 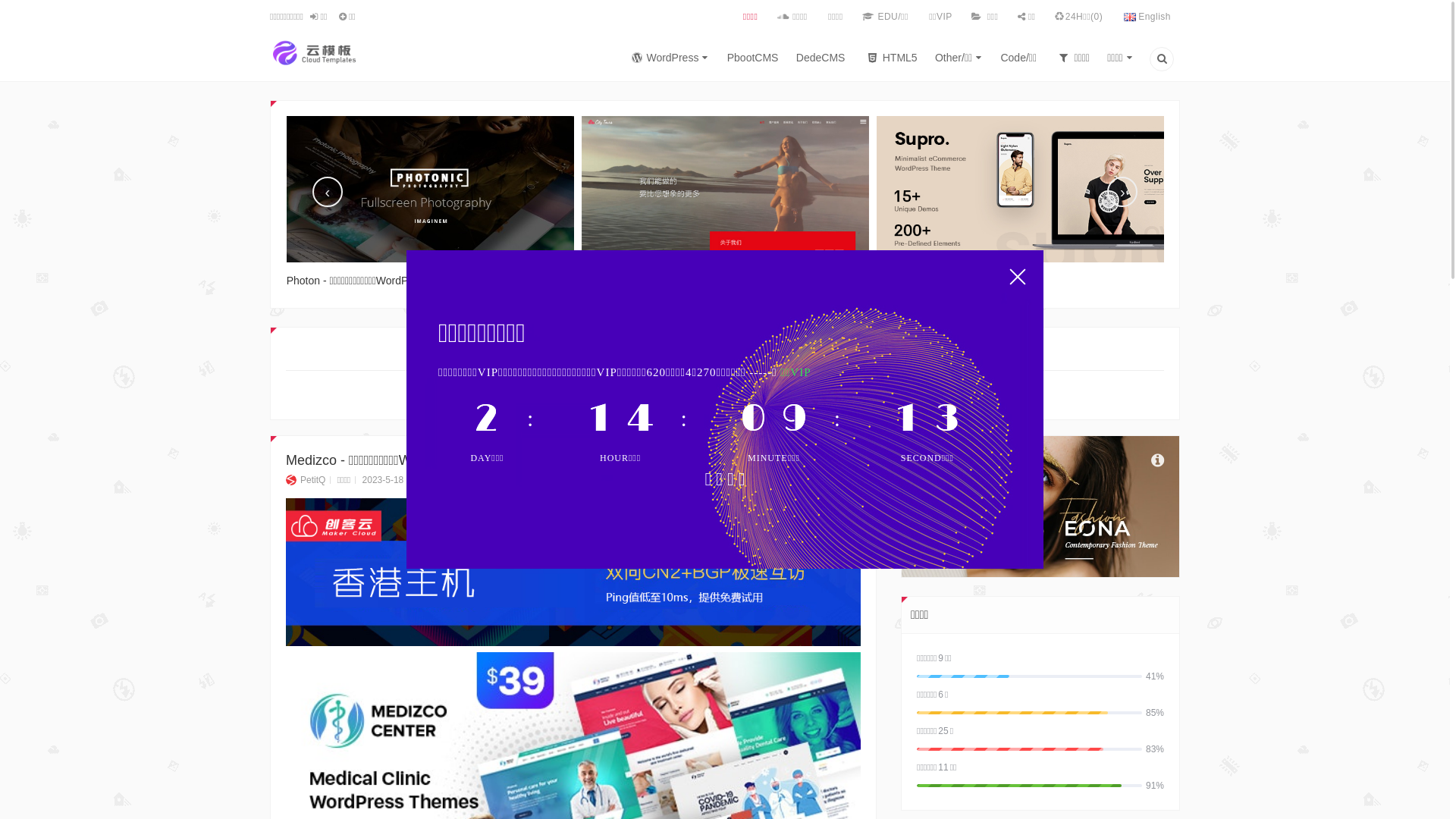 What do you see at coordinates (753, 60) in the screenshot?
I see `'PbootCMS'` at bounding box center [753, 60].